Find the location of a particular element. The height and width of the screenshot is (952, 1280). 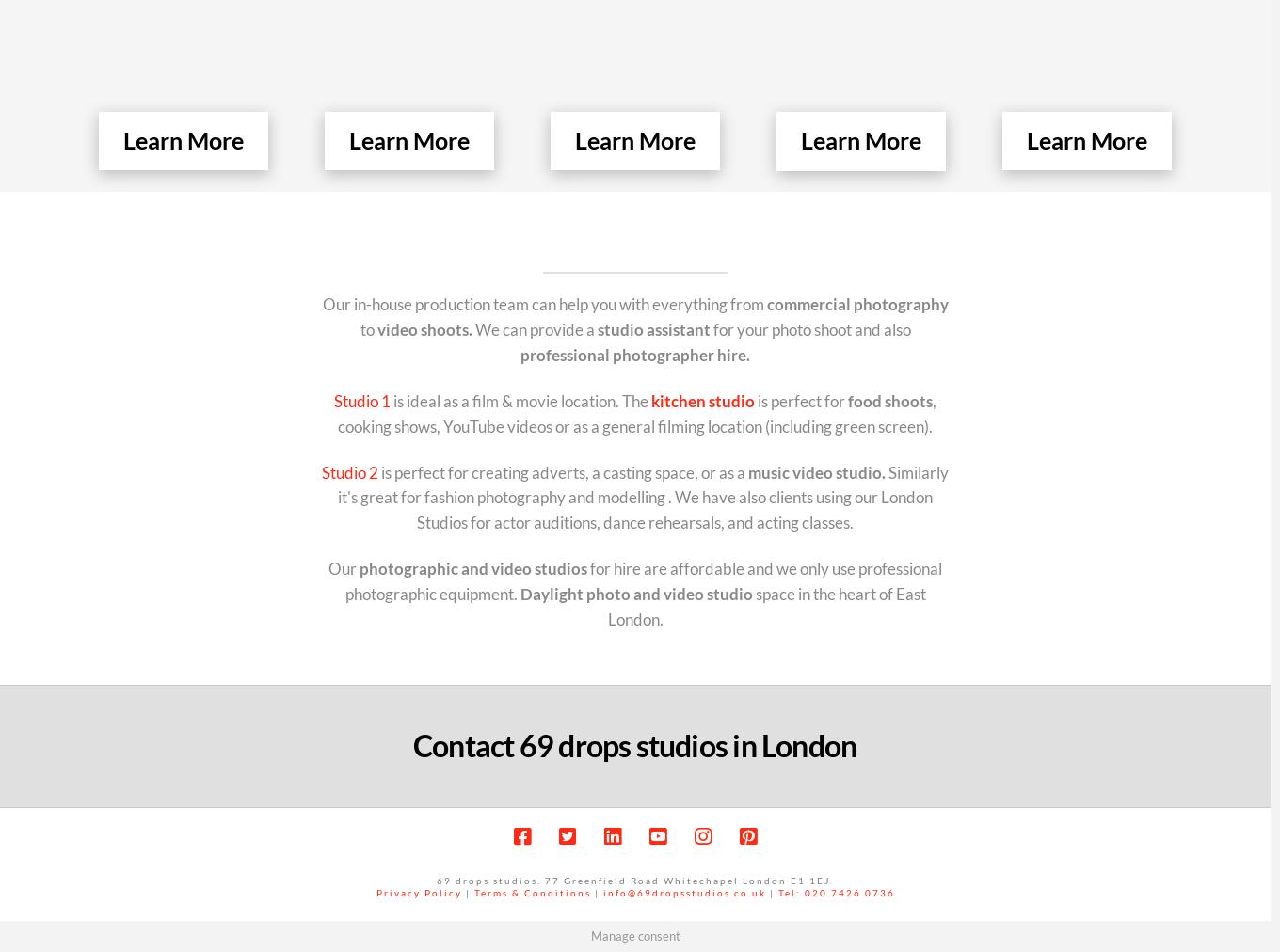

'for your photo shoot and also' is located at coordinates (808, 327).